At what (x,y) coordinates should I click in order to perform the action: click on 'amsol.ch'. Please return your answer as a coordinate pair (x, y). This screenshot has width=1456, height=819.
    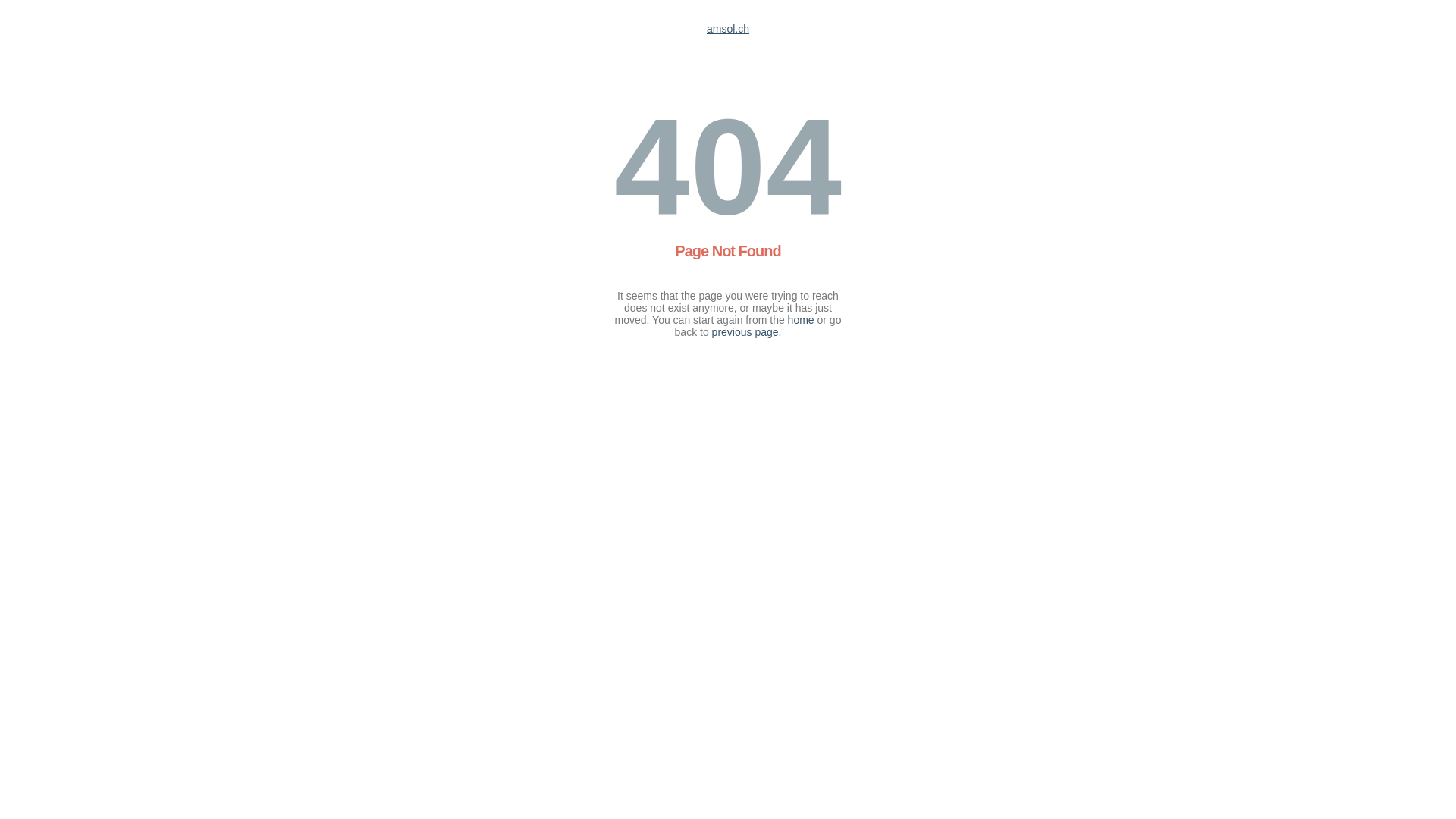
    Looking at the image, I should click on (728, 29).